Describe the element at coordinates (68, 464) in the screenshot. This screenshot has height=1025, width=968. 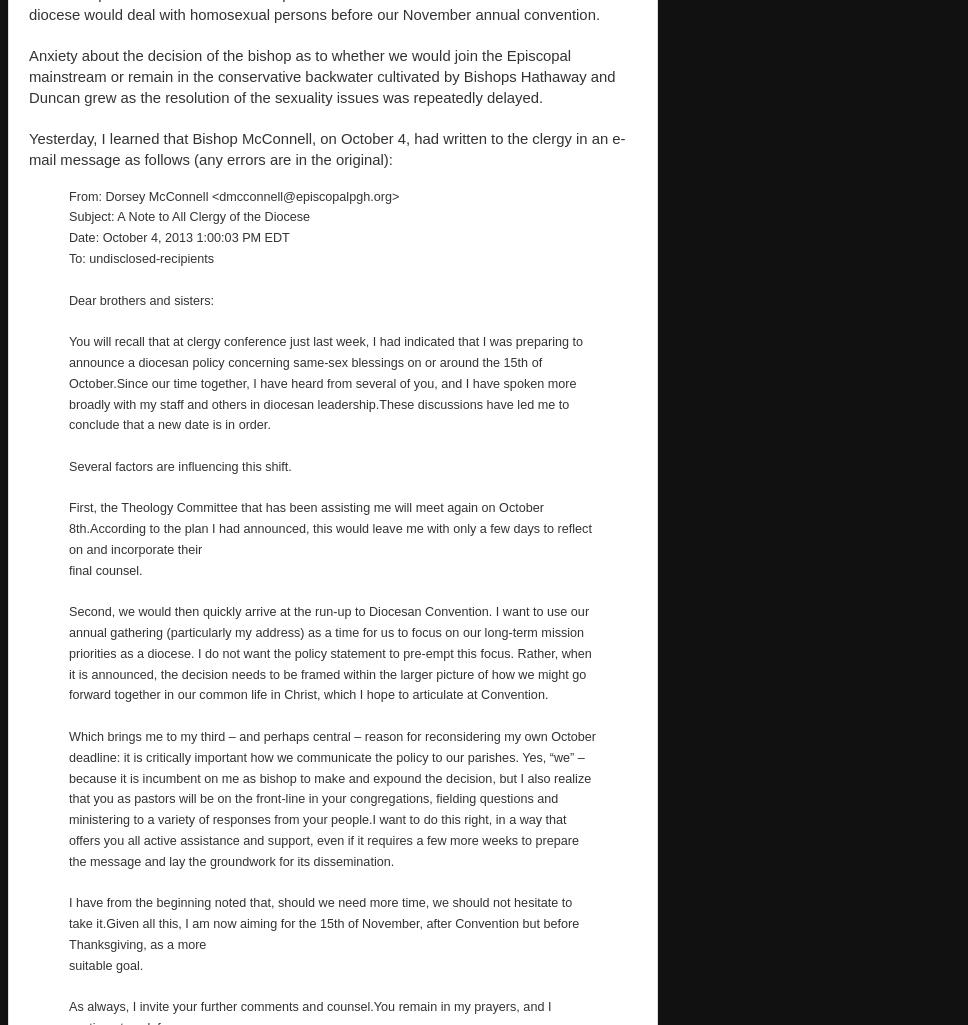
I see `'Several factors are influencing this shift.'` at that location.